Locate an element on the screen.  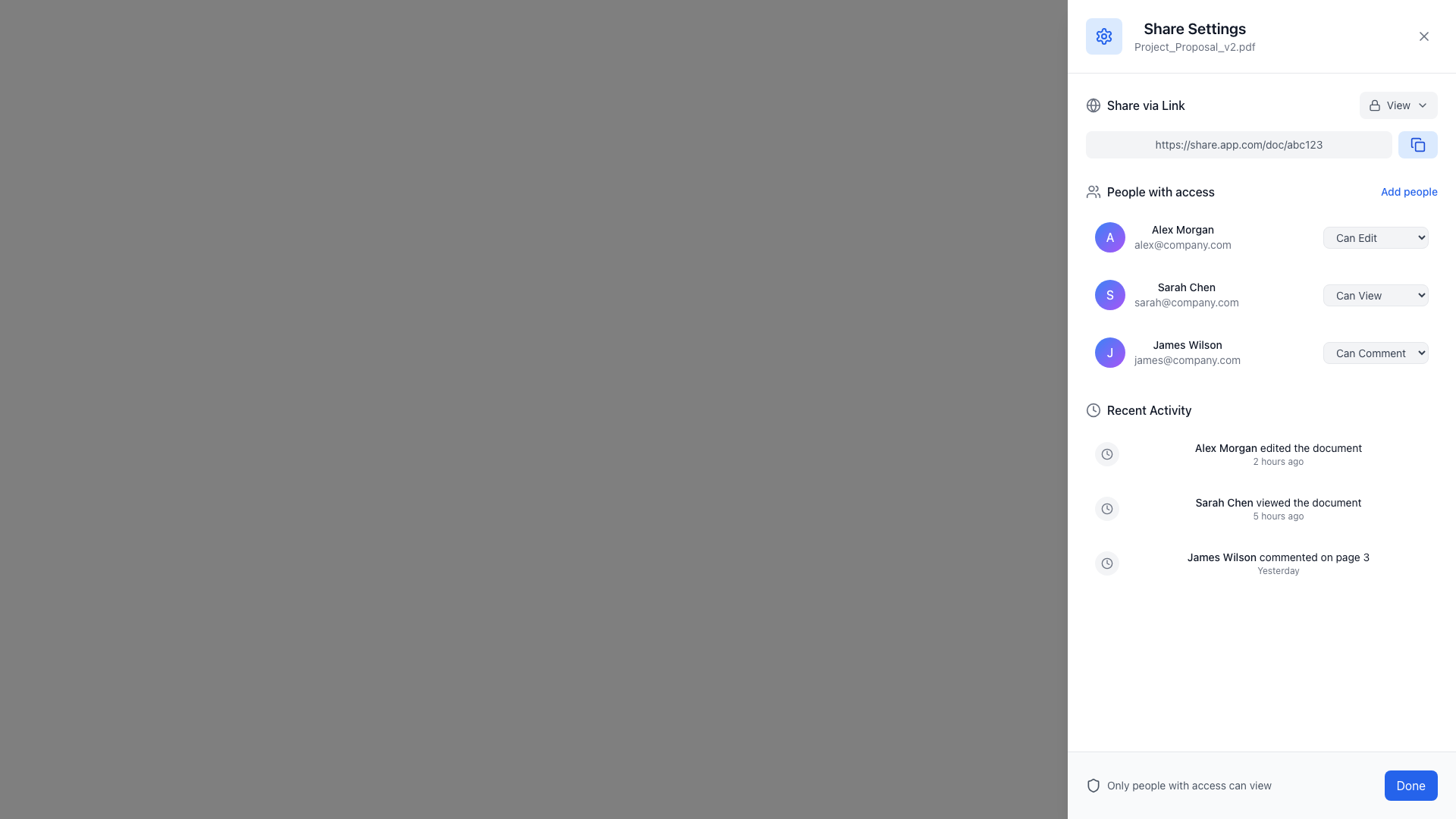
the static text group displaying the log entry for the recent action taken by Alex Morgan, located in the Recent Activity section is located at coordinates (1277, 453).